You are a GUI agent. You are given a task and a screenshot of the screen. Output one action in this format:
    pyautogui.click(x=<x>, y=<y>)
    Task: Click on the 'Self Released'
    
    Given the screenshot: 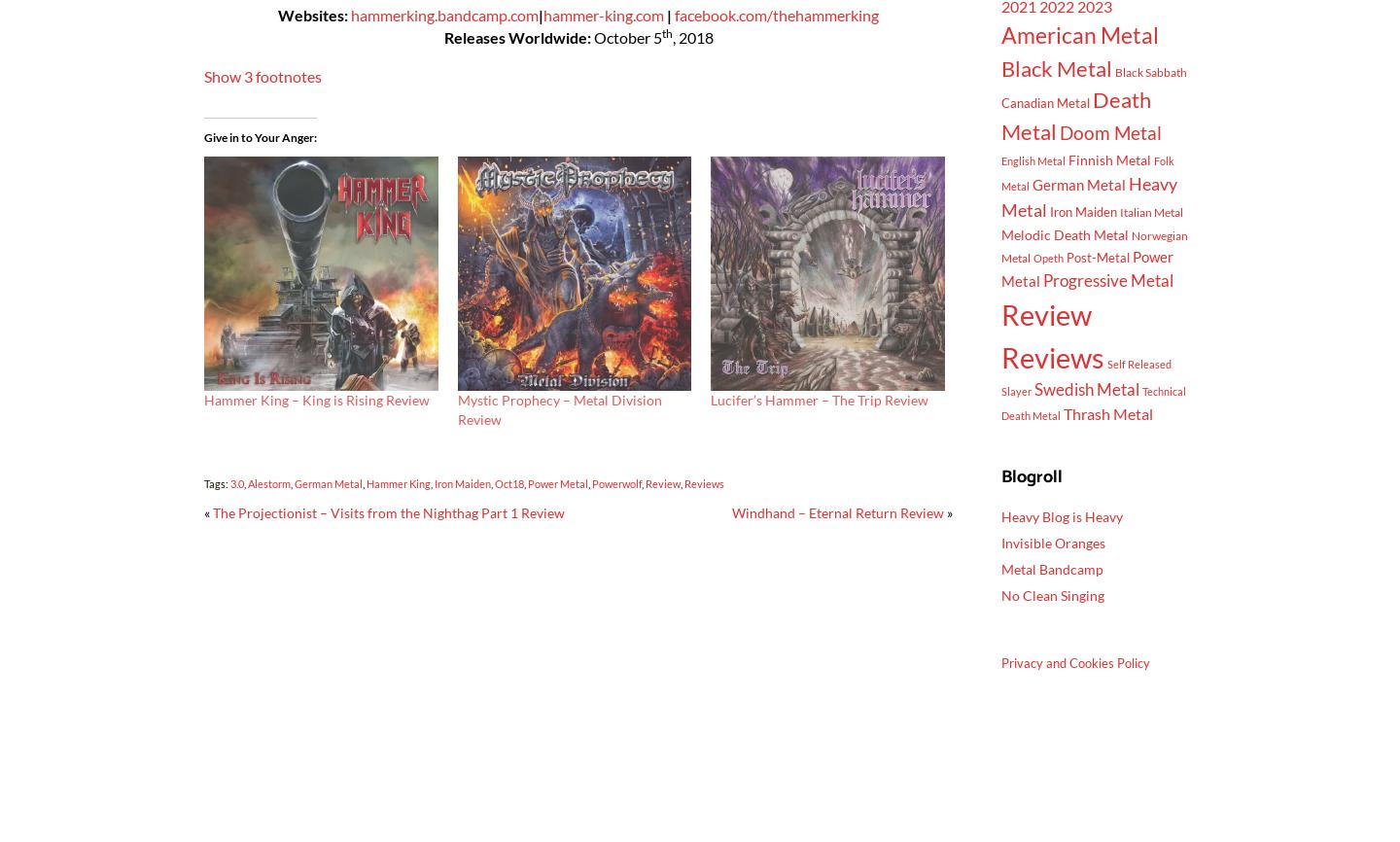 What is the action you would take?
    pyautogui.click(x=1139, y=362)
    